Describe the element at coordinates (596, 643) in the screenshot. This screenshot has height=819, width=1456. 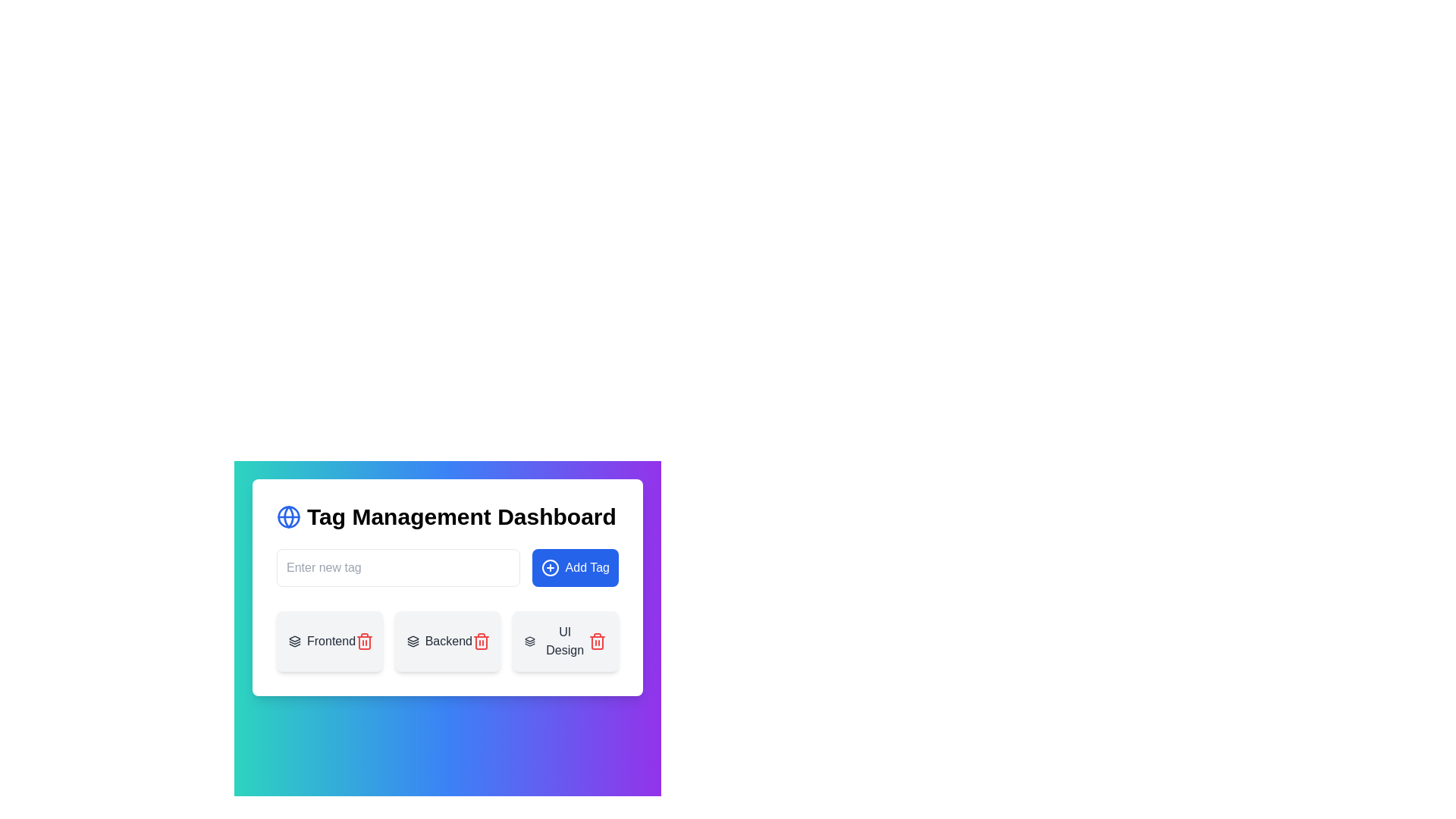
I see `the trash can (delete) icon, which is positioned to the right of the 'UI Design' tag in the second row of tags` at that location.